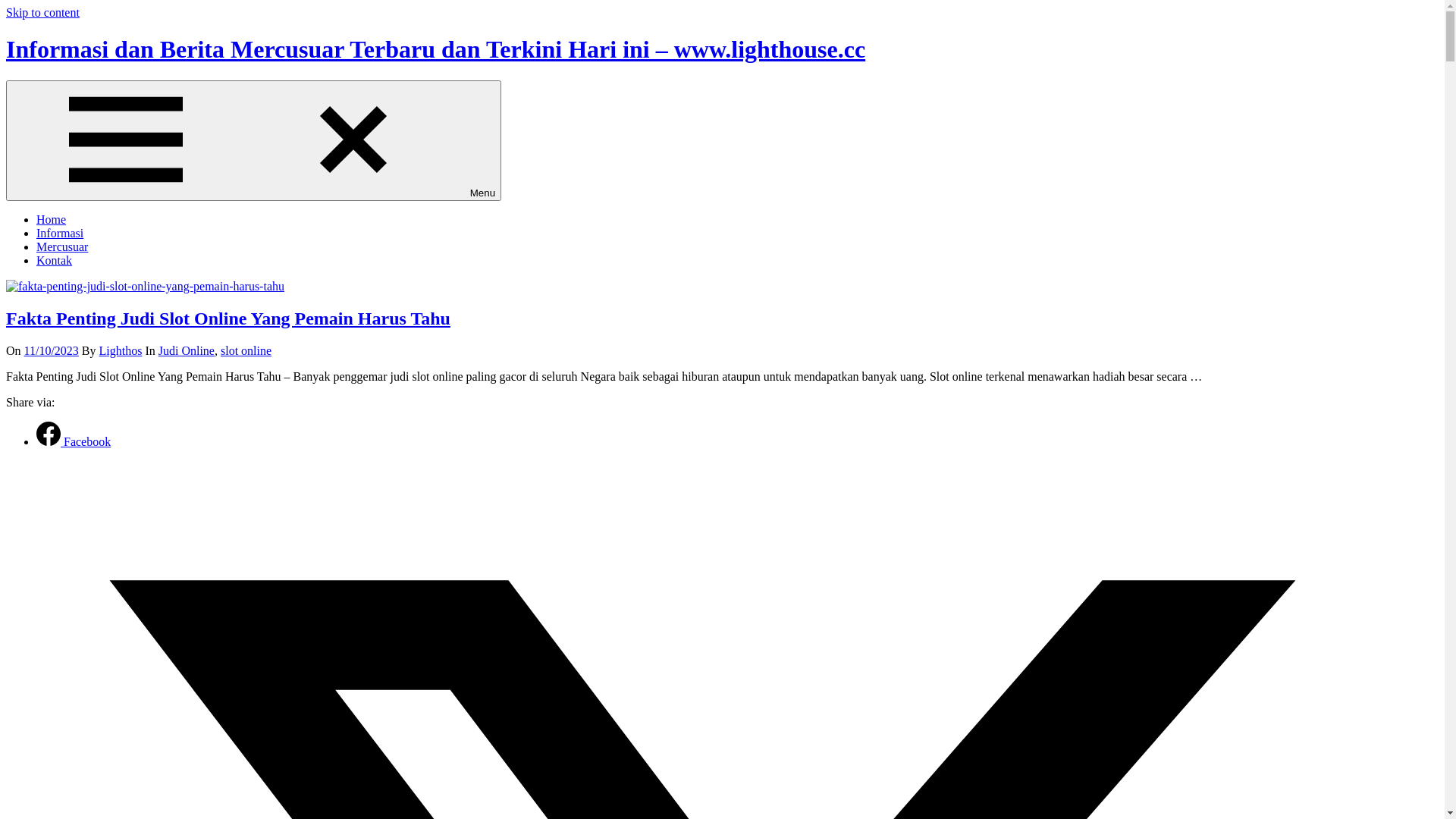 The height and width of the screenshot is (819, 1456). Describe the element at coordinates (246, 350) in the screenshot. I see `'slot online'` at that location.